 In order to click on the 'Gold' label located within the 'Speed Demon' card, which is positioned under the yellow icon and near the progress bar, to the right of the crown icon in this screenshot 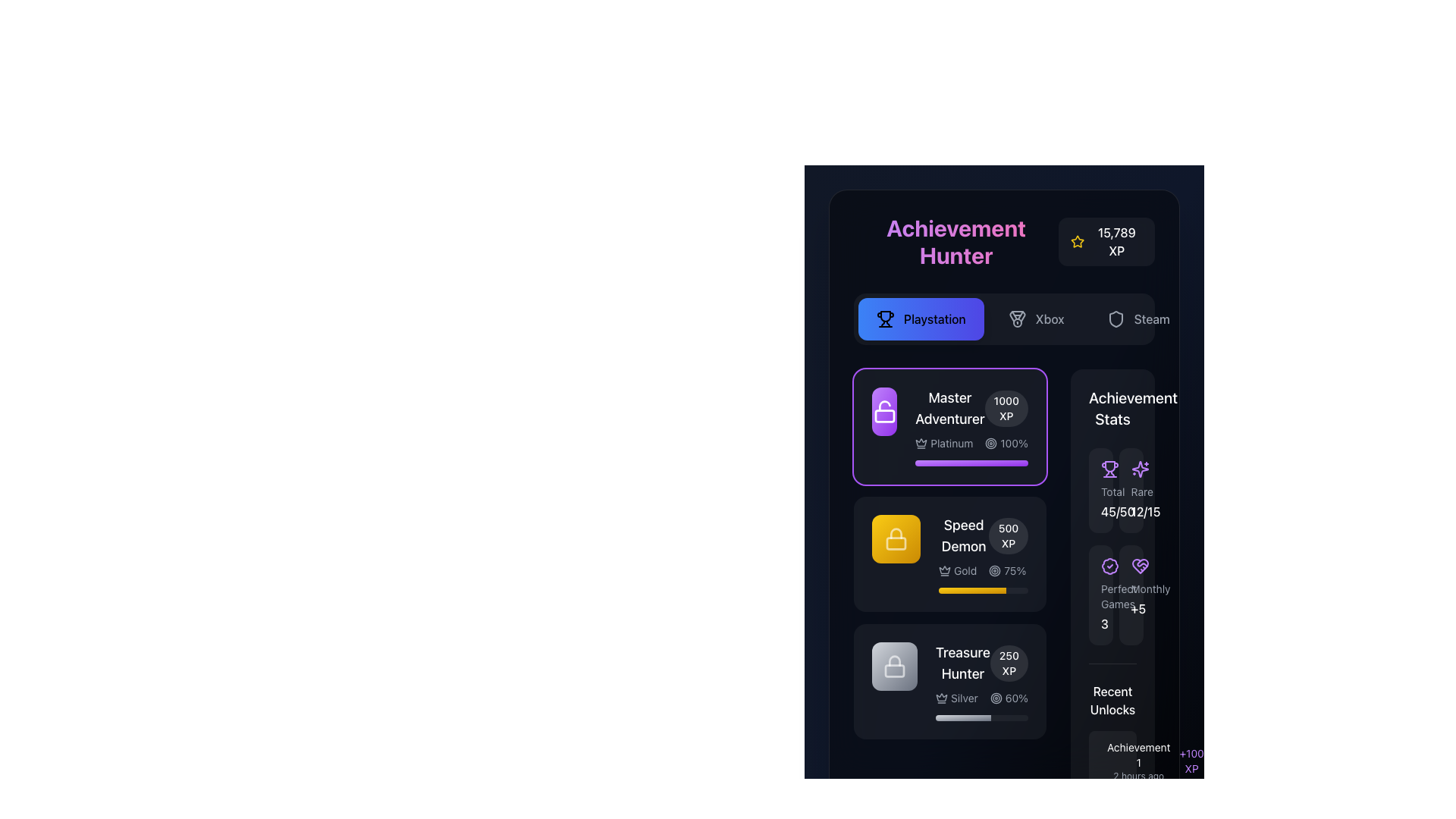, I will do `click(965, 570)`.